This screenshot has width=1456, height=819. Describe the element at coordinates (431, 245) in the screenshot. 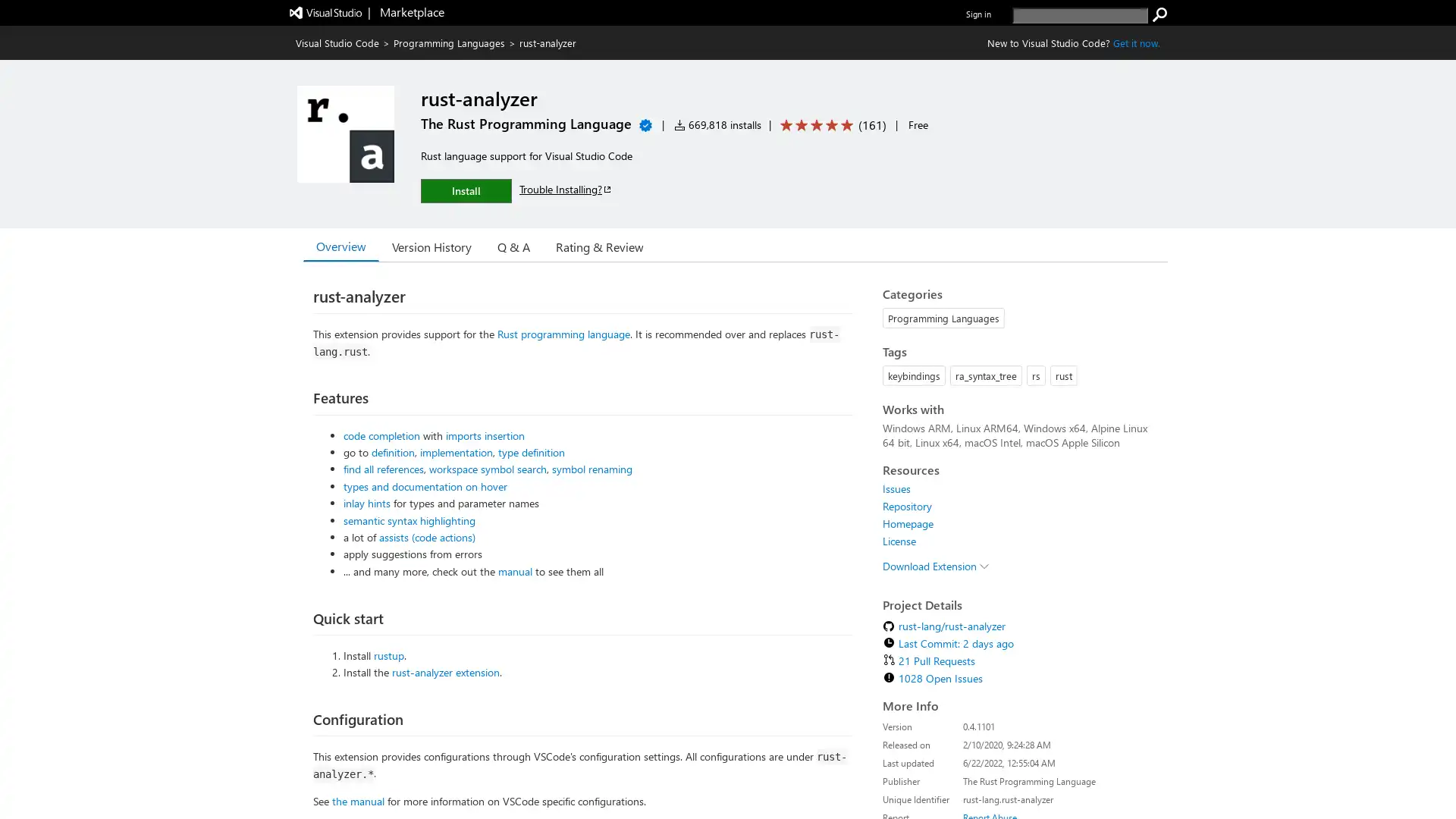

I see `Version History` at that location.